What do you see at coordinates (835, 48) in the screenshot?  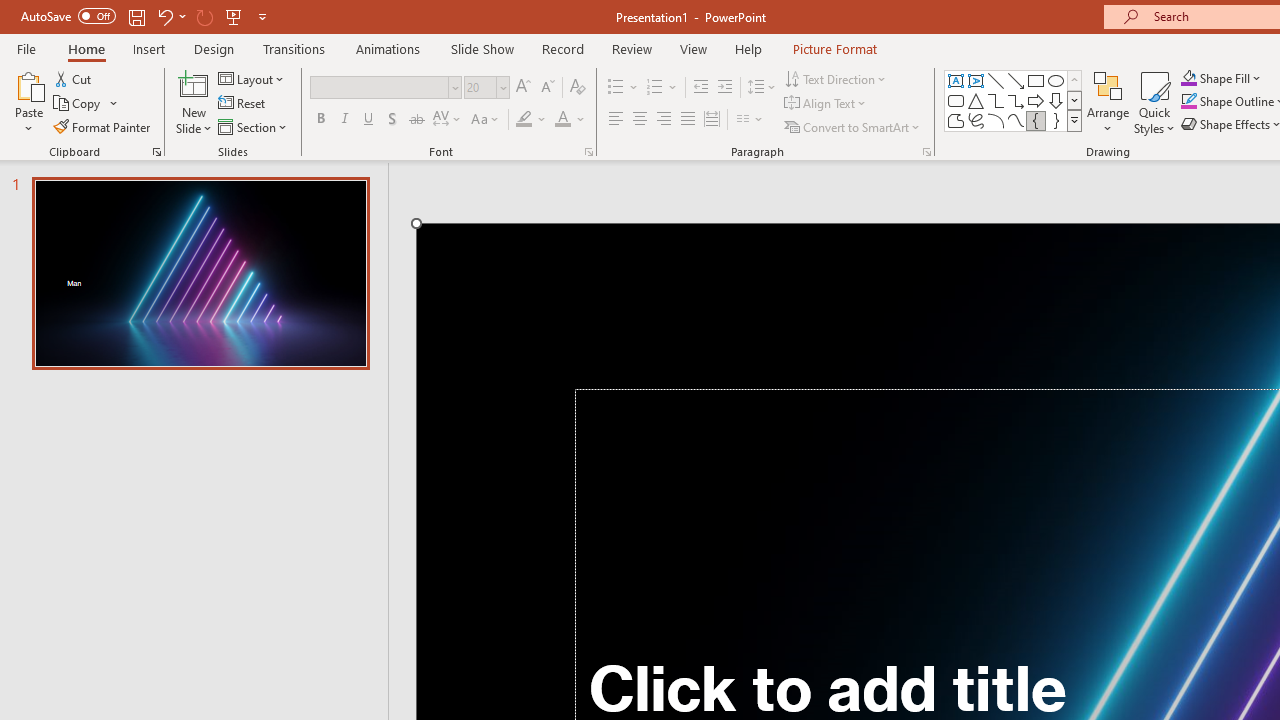 I see `'Picture Format'` at bounding box center [835, 48].